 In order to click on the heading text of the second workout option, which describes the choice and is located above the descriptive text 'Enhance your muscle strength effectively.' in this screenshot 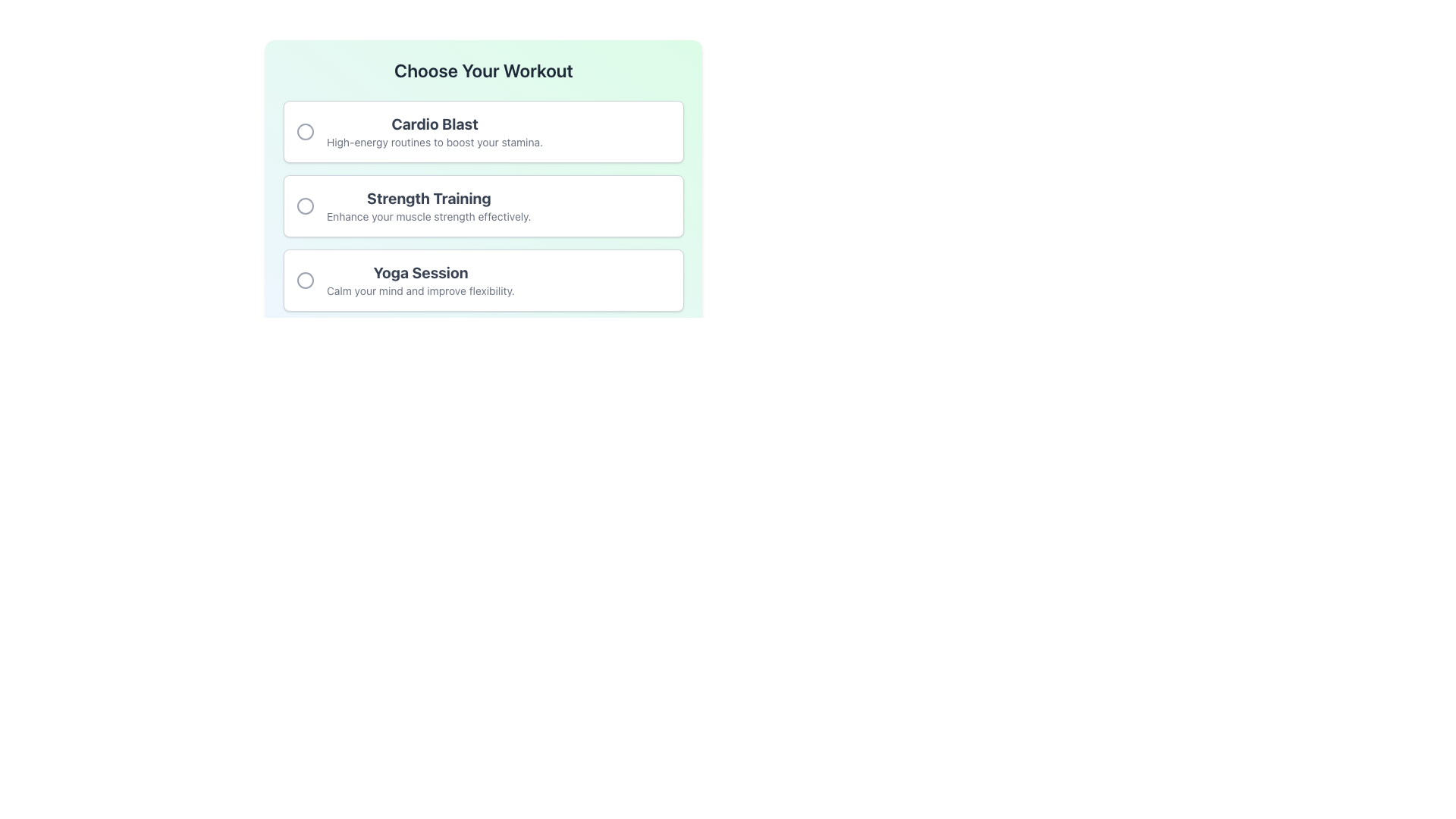, I will do `click(428, 198)`.